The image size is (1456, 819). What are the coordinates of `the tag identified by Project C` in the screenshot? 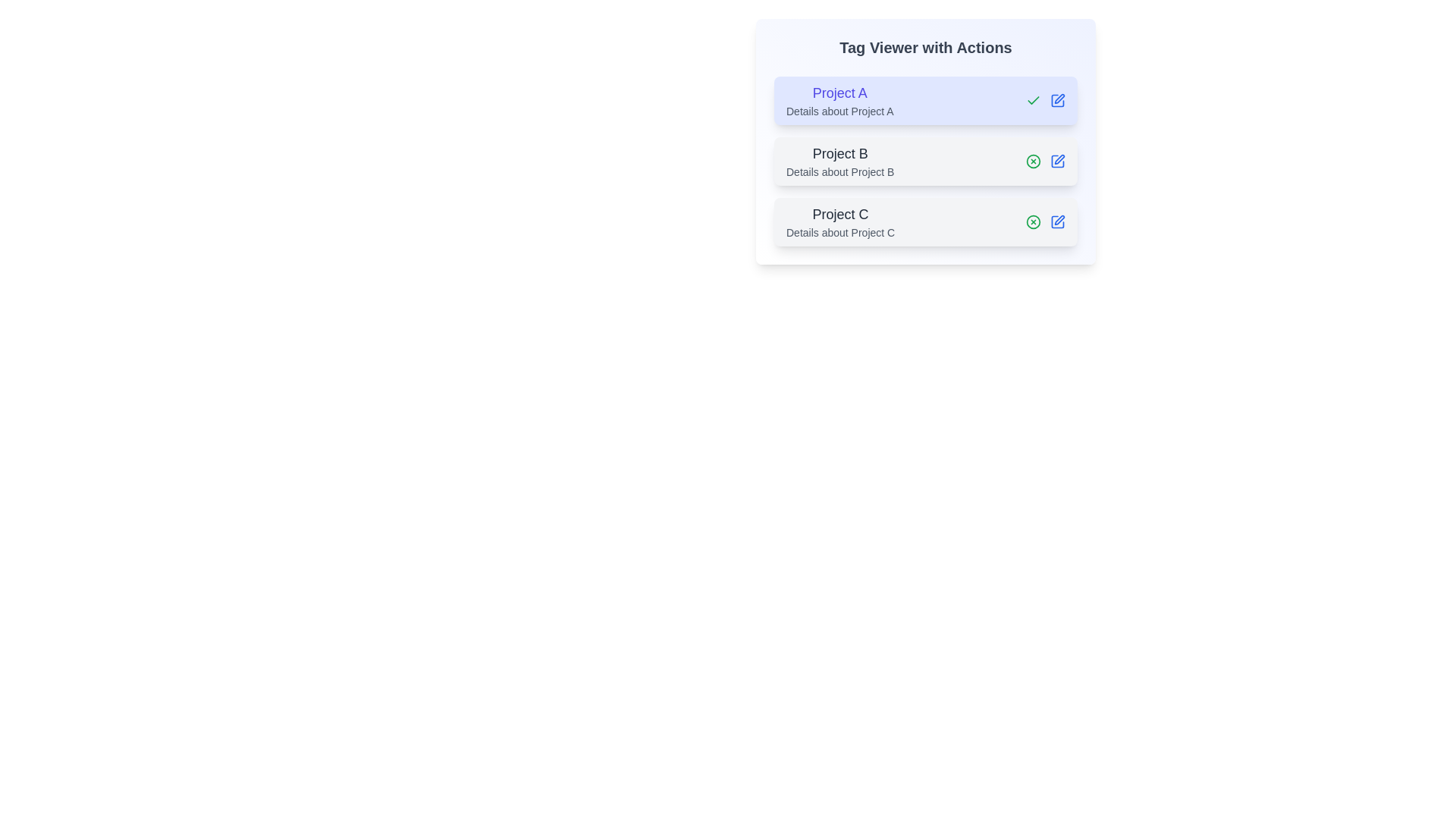 It's located at (1033, 222).